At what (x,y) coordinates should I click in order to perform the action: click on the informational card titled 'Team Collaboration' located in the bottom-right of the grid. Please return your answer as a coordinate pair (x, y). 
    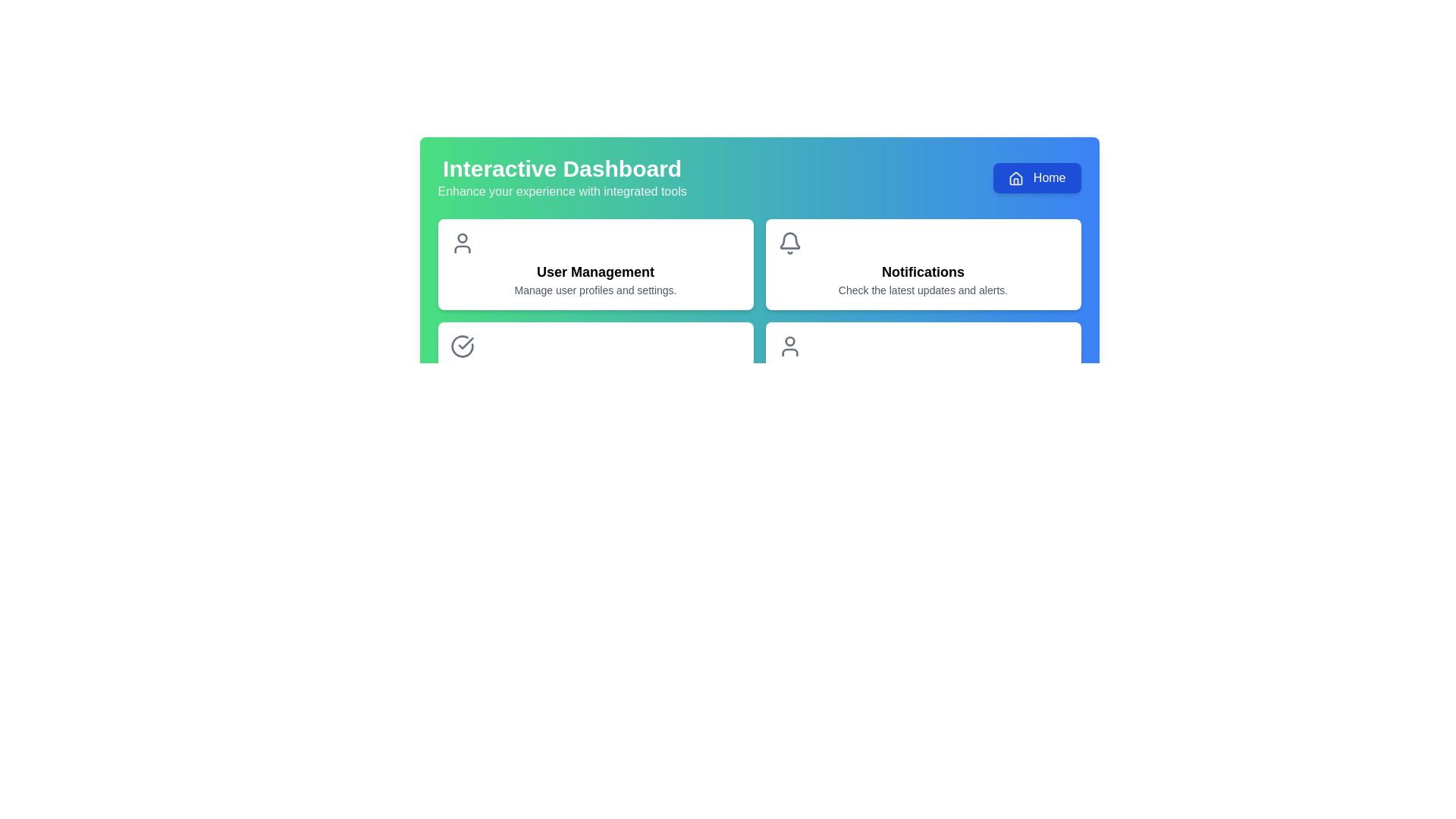
    Looking at the image, I should click on (922, 368).